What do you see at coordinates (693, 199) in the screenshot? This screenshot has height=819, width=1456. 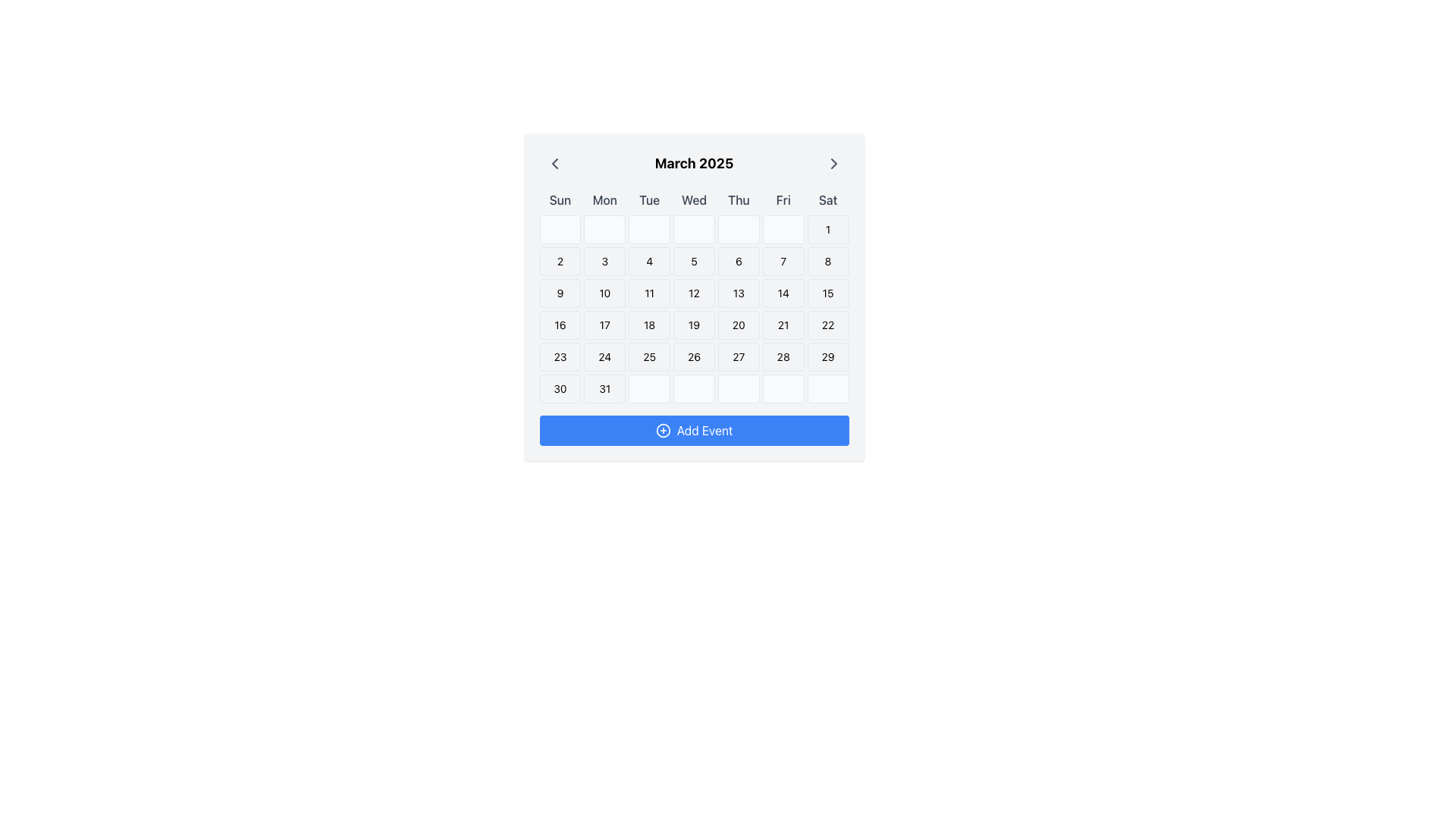 I see `static text label row that displays the days of the week in the calendar, located below the 'March 2025' header` at bounding box center [693, 199].